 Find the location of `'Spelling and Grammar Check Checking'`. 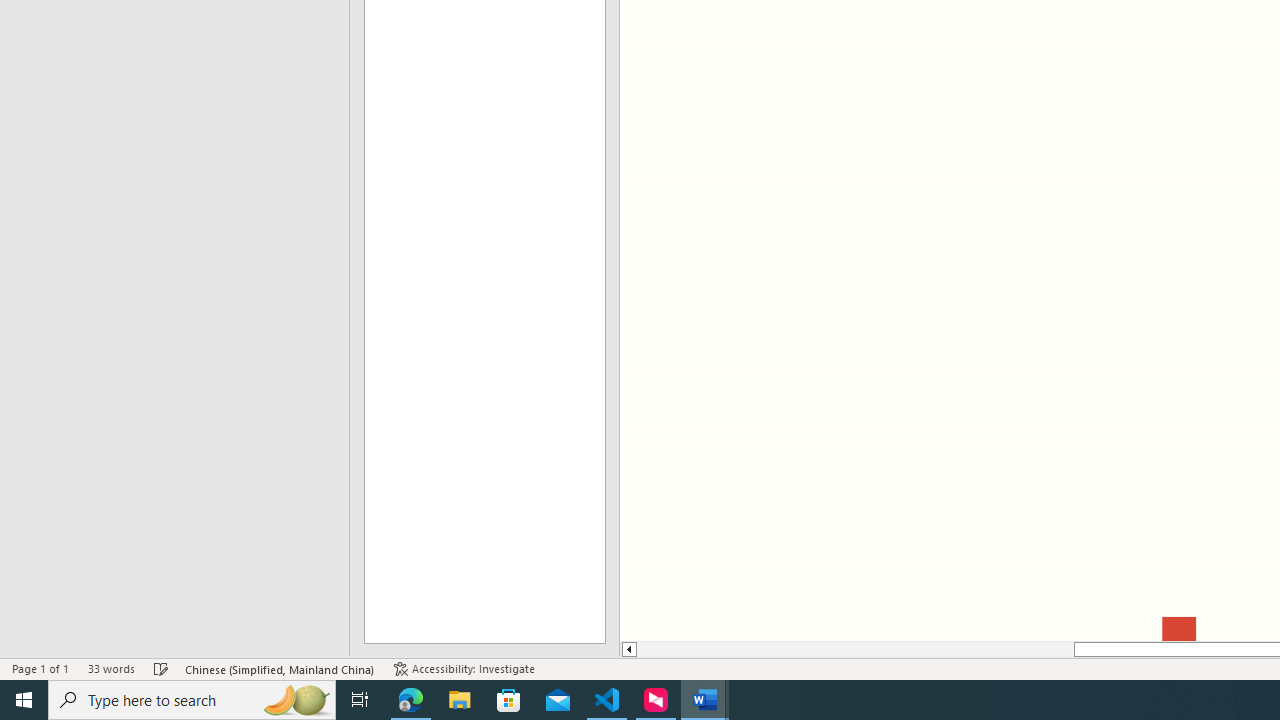

'Spelling and Grammar Check Checking' is located at coordinates (161, 669).